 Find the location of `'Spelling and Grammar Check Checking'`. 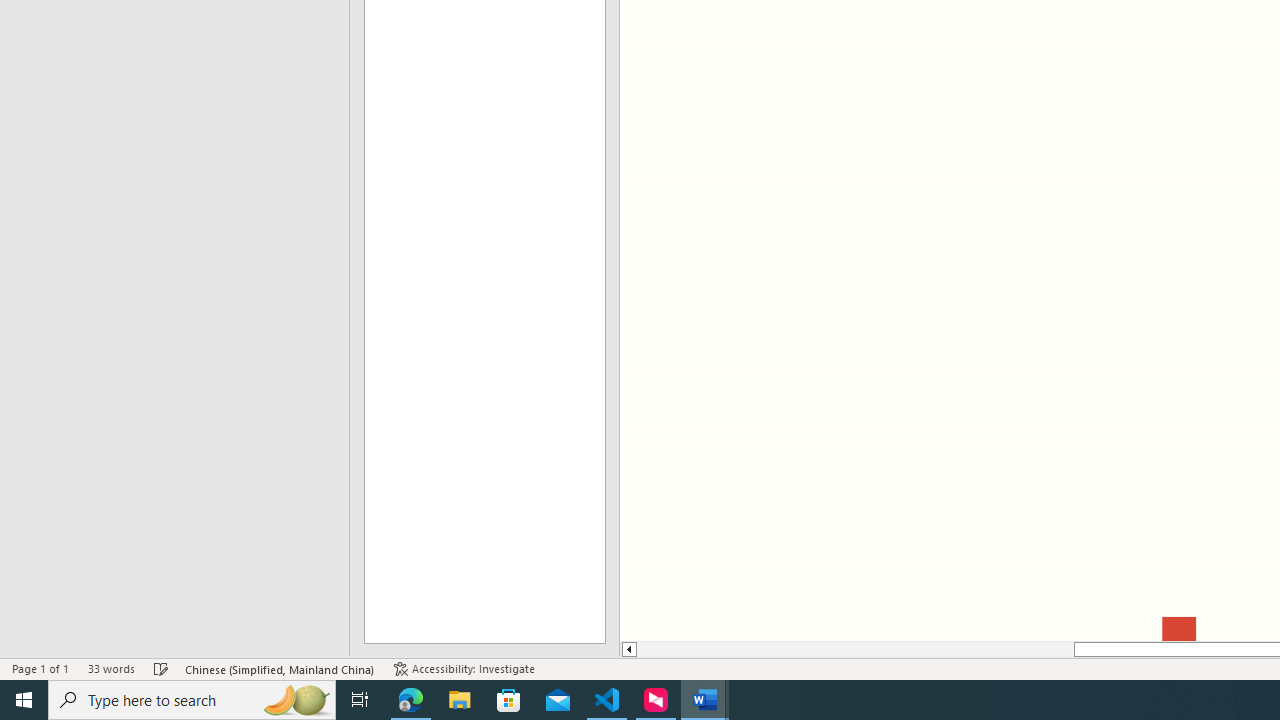

'Spelling and Grammar Check Checking' is located at coordinates (161, 669).